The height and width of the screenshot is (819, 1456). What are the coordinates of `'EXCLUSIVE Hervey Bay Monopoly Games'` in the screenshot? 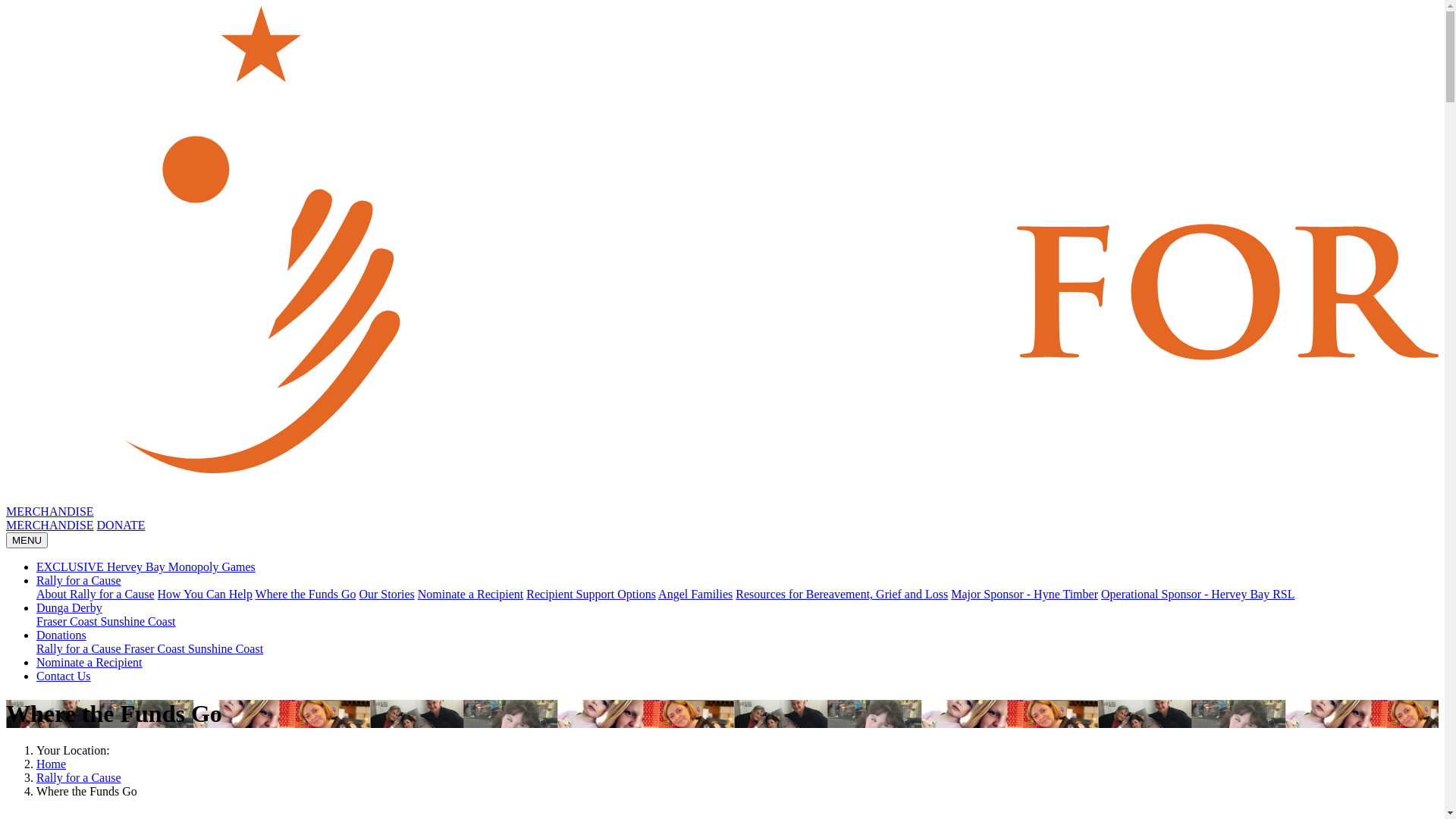 It's located at (36, 566).